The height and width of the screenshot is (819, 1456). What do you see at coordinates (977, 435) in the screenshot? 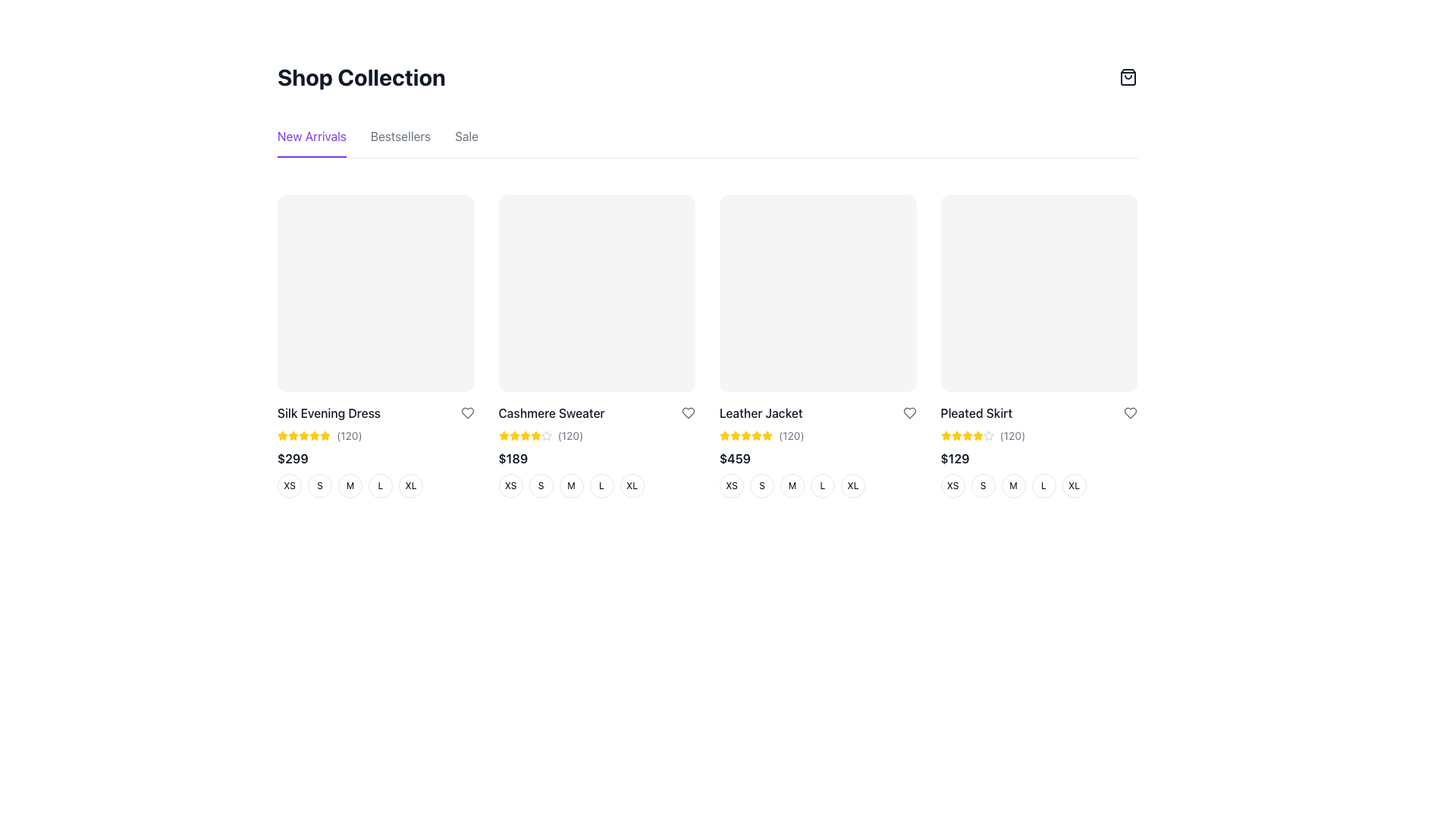
I see `the vibrant yellow star icon representing the fourth star in the five-star rating sequence located below the 'Pleated Skirt' product label in the last product card of the fourth column` at bounding box center [977, 435].